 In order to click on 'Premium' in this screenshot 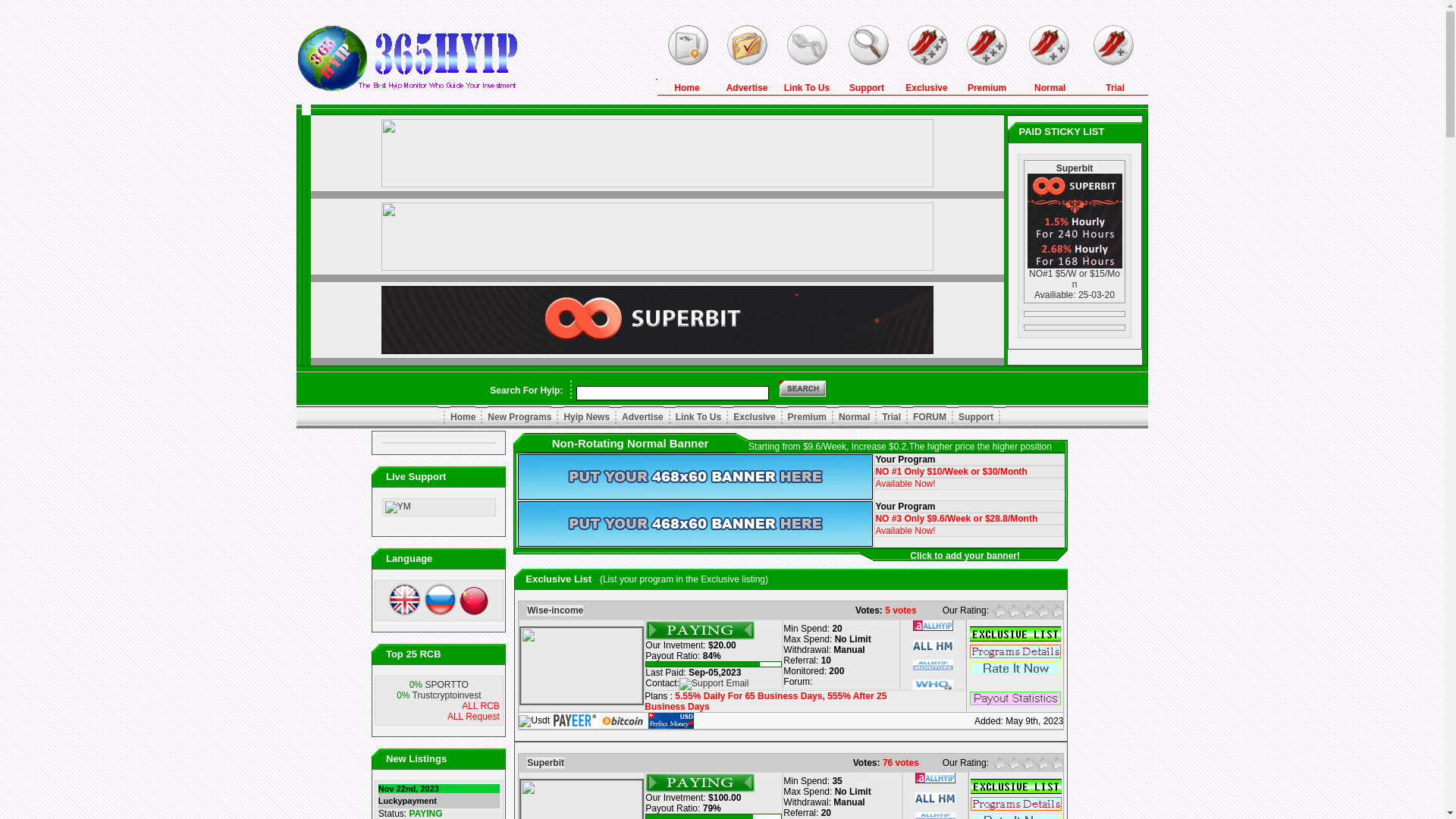, I will do `click(806, 417)`.